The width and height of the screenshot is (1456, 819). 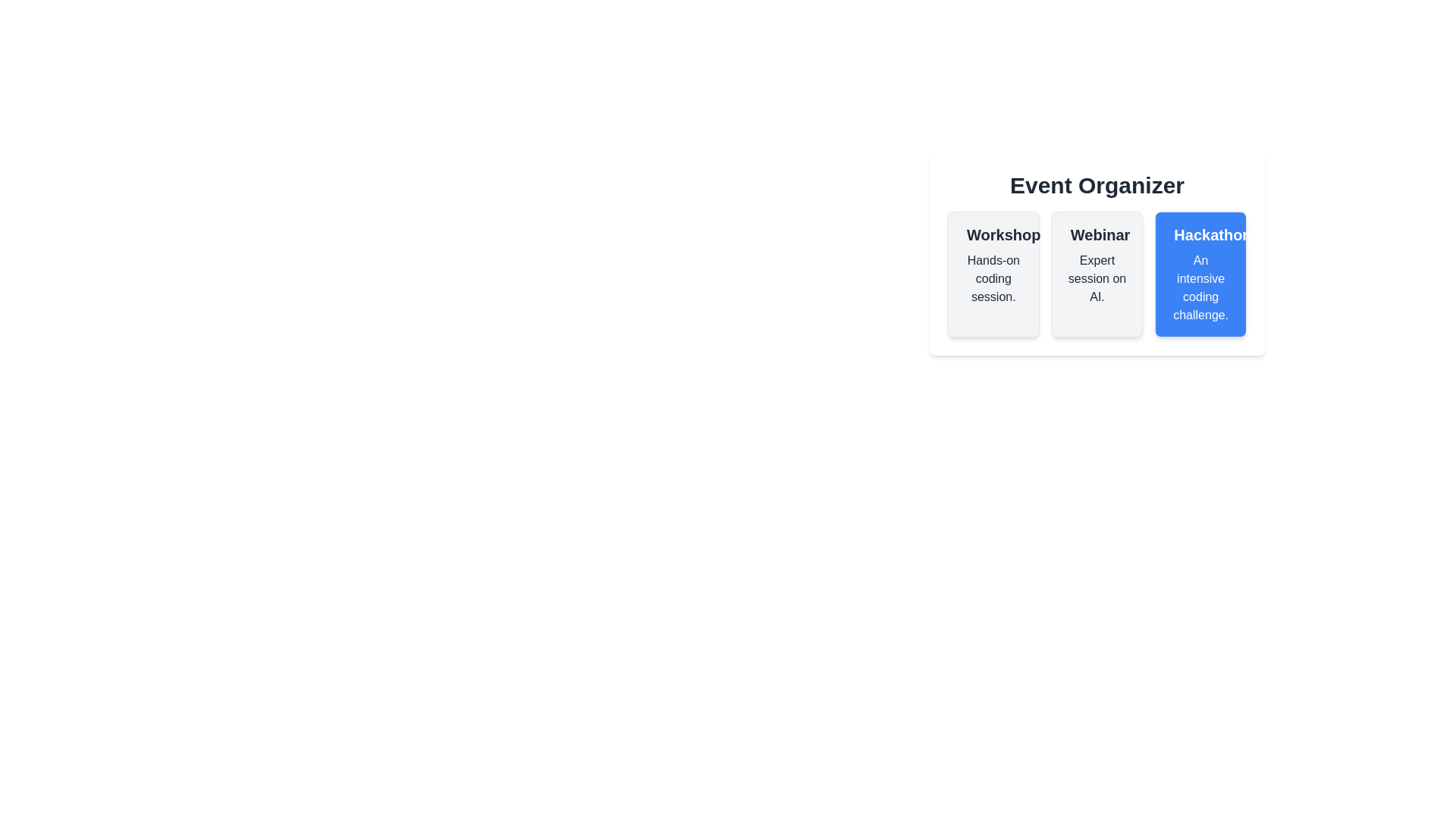 What do you see at coordinates (1097, 275) in the screenshot?
I see `the event card 'Webinar'` at bounding box center [1097, 275].